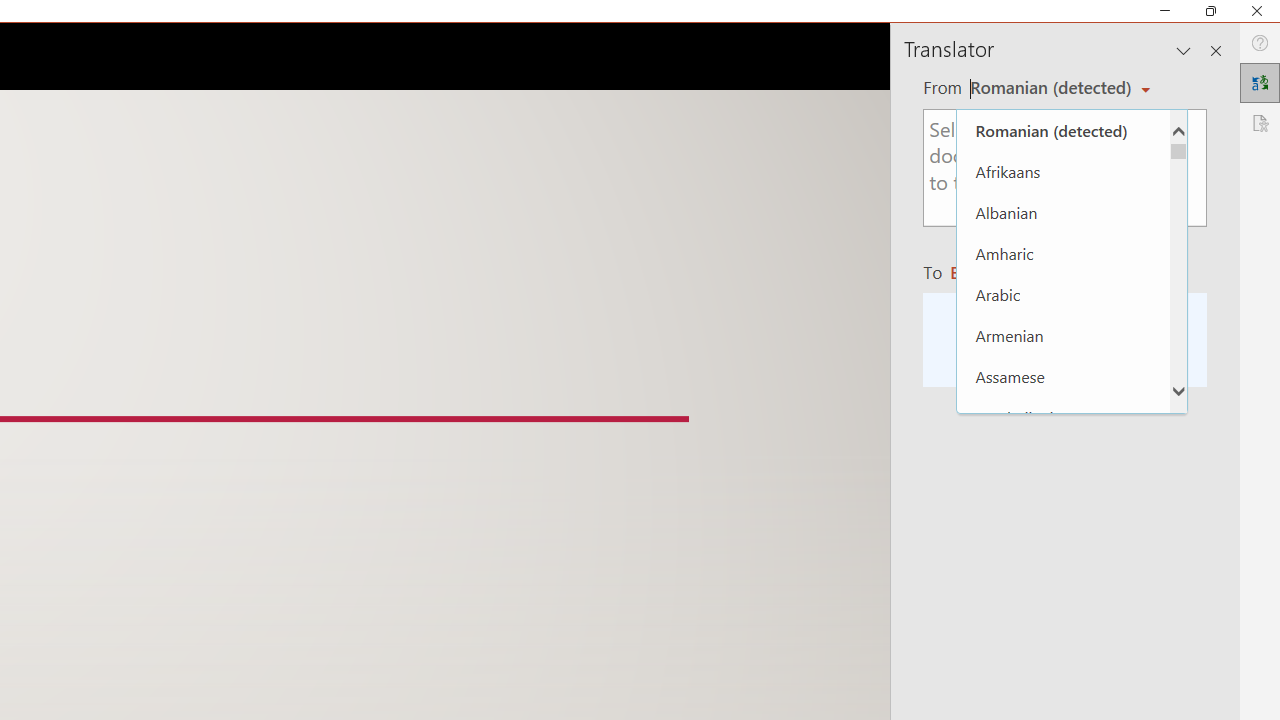  Describe the element at coordinates (1062, 252) in the screenshot. I see `'Amharic'` at that location.